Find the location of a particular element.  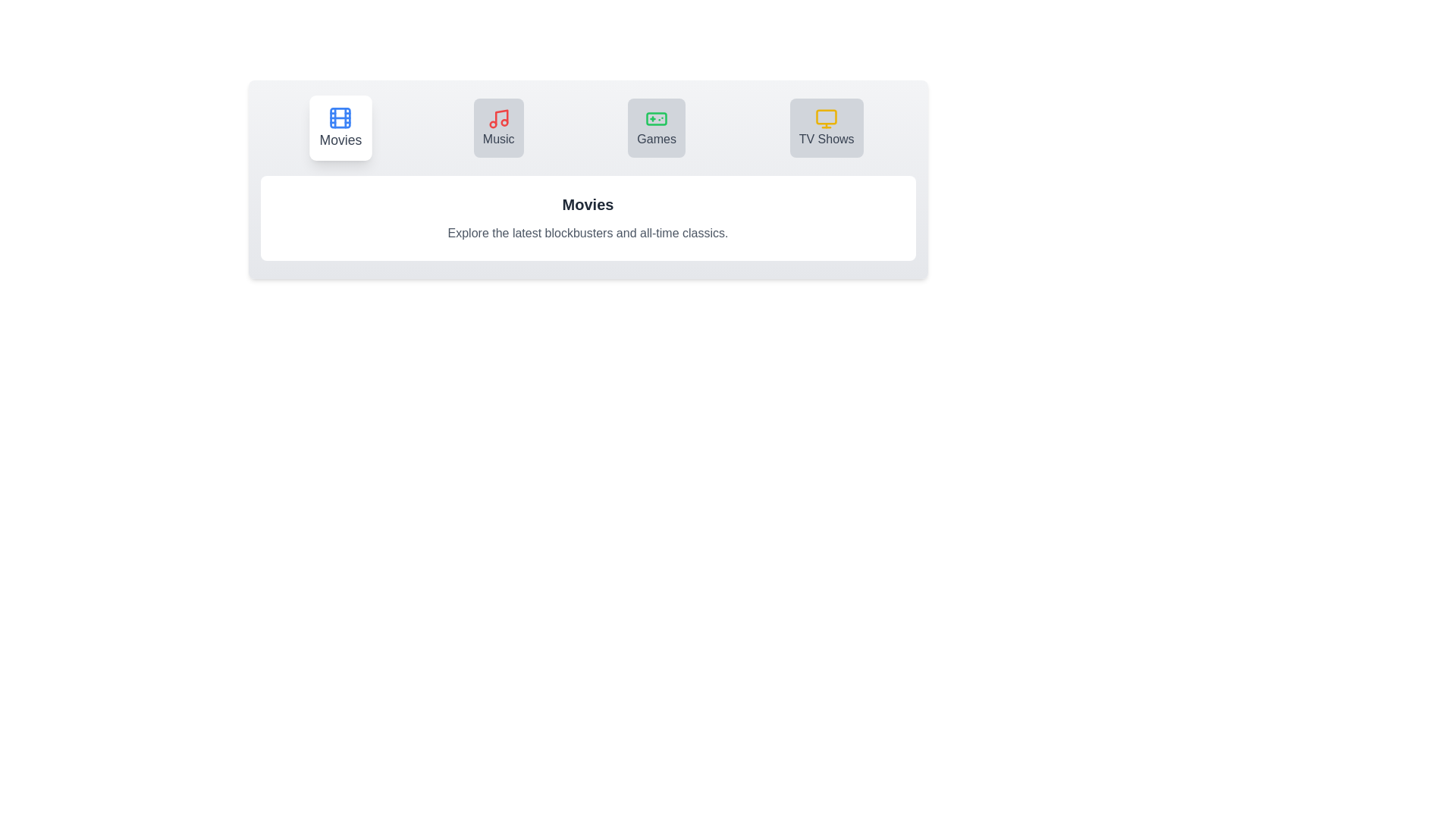

the tab button labeled Music to switch to the corresponding section is located at coordinates (498, 127).